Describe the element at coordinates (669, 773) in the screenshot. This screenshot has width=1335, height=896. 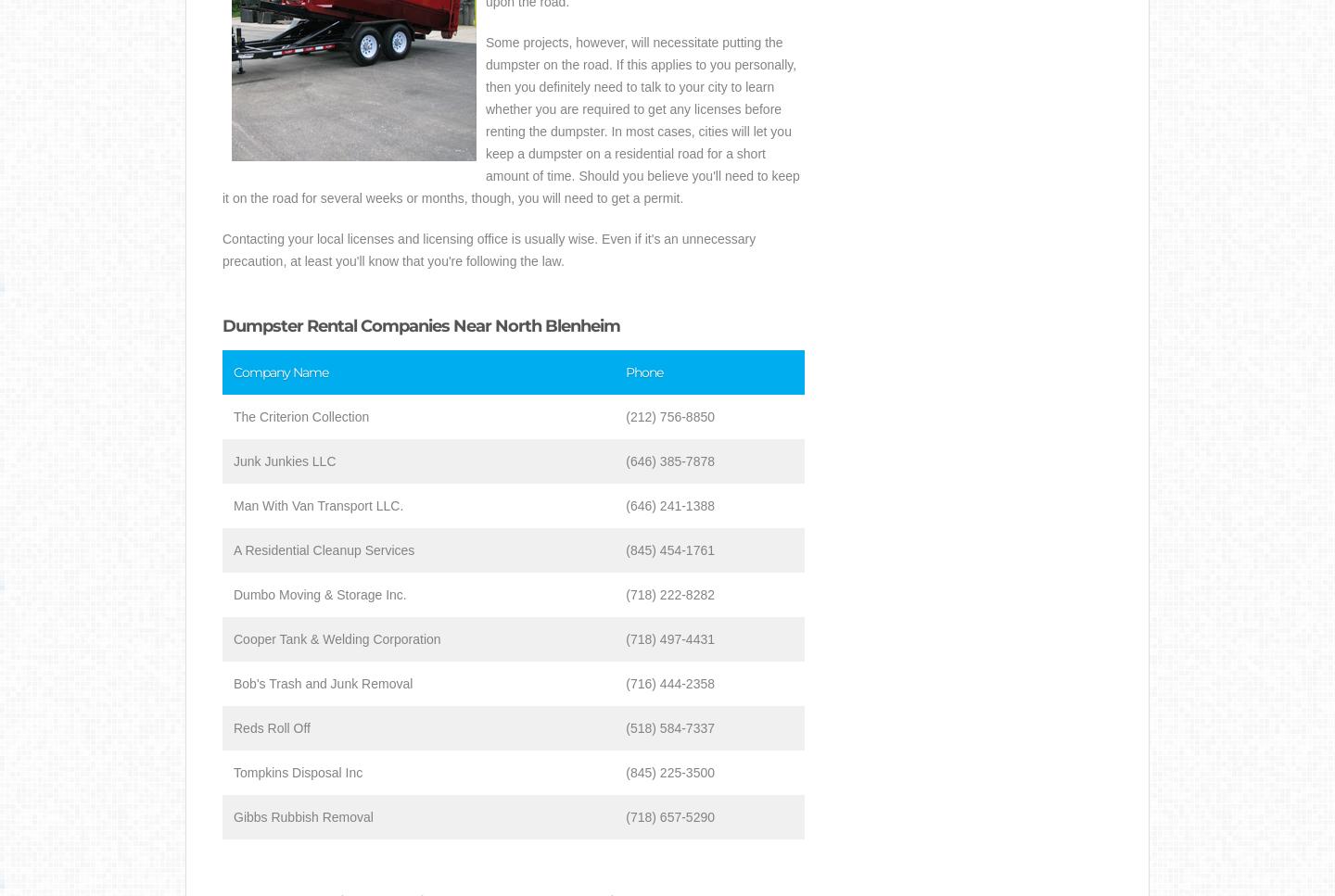
I see `'(845) 225-3500'` at that location.